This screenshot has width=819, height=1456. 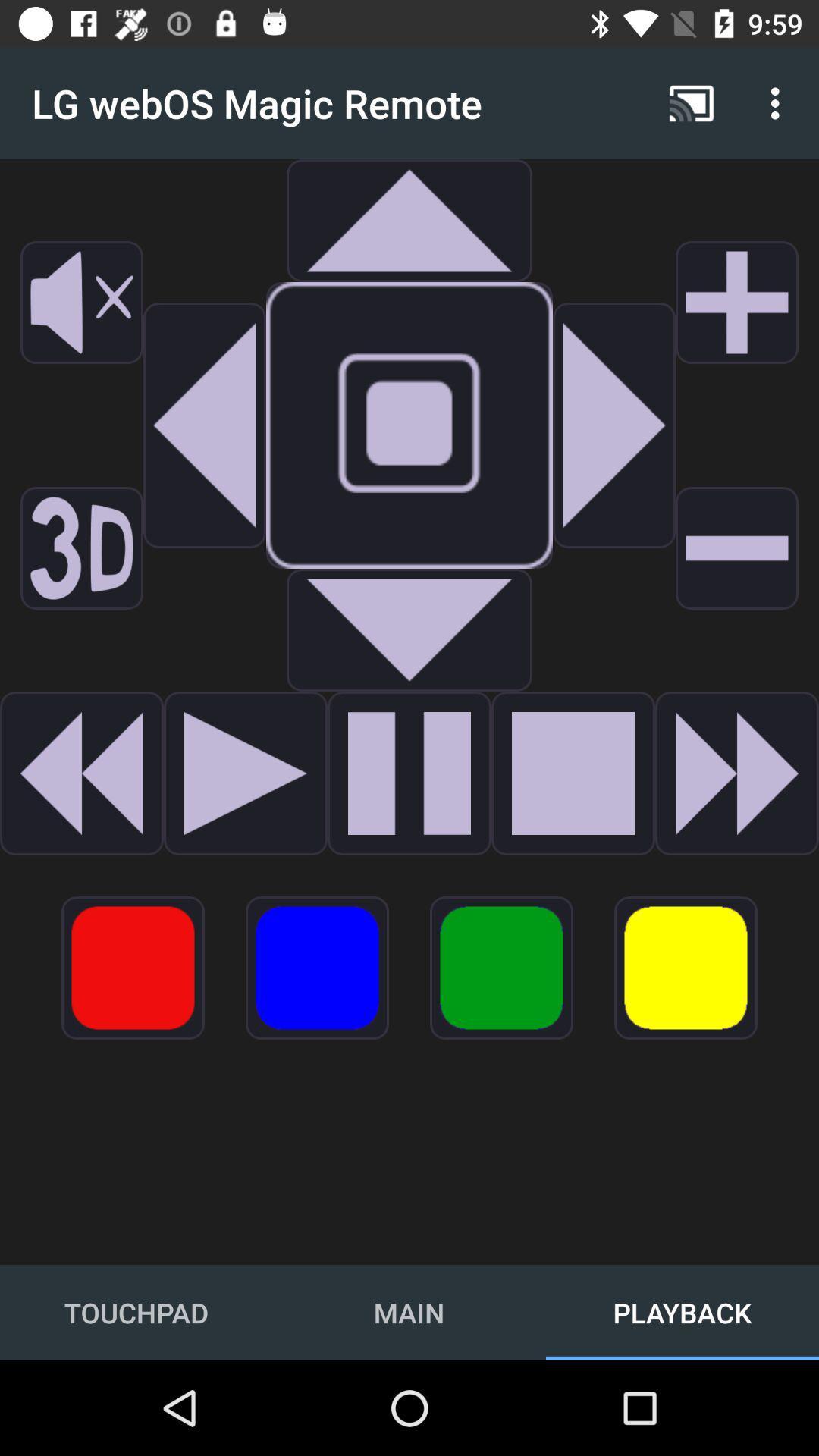 I want to click on creat message, so click(x=82, y=773).